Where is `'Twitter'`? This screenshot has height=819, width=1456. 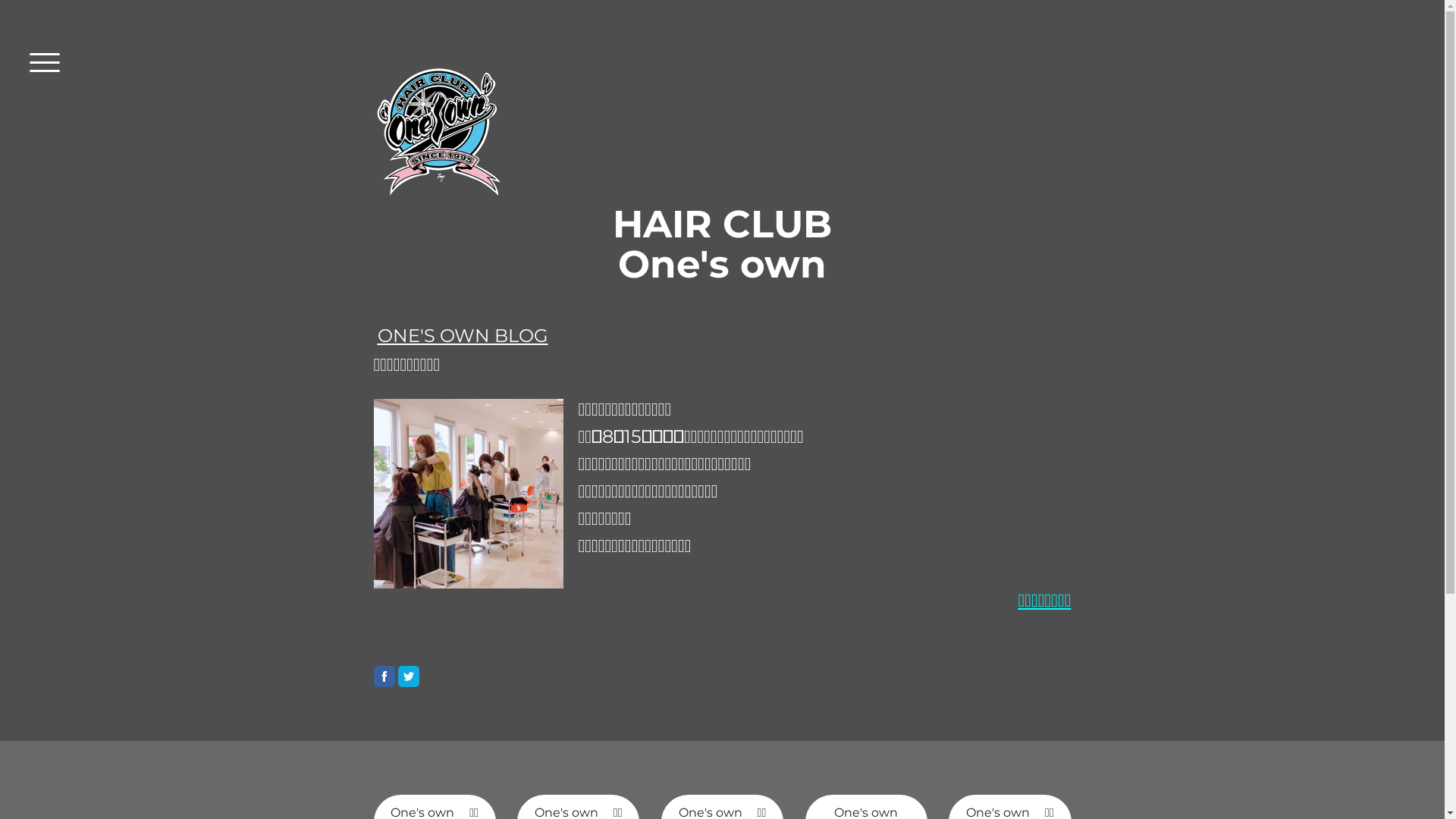
'Twitter' is located at coordinates (407, 675).